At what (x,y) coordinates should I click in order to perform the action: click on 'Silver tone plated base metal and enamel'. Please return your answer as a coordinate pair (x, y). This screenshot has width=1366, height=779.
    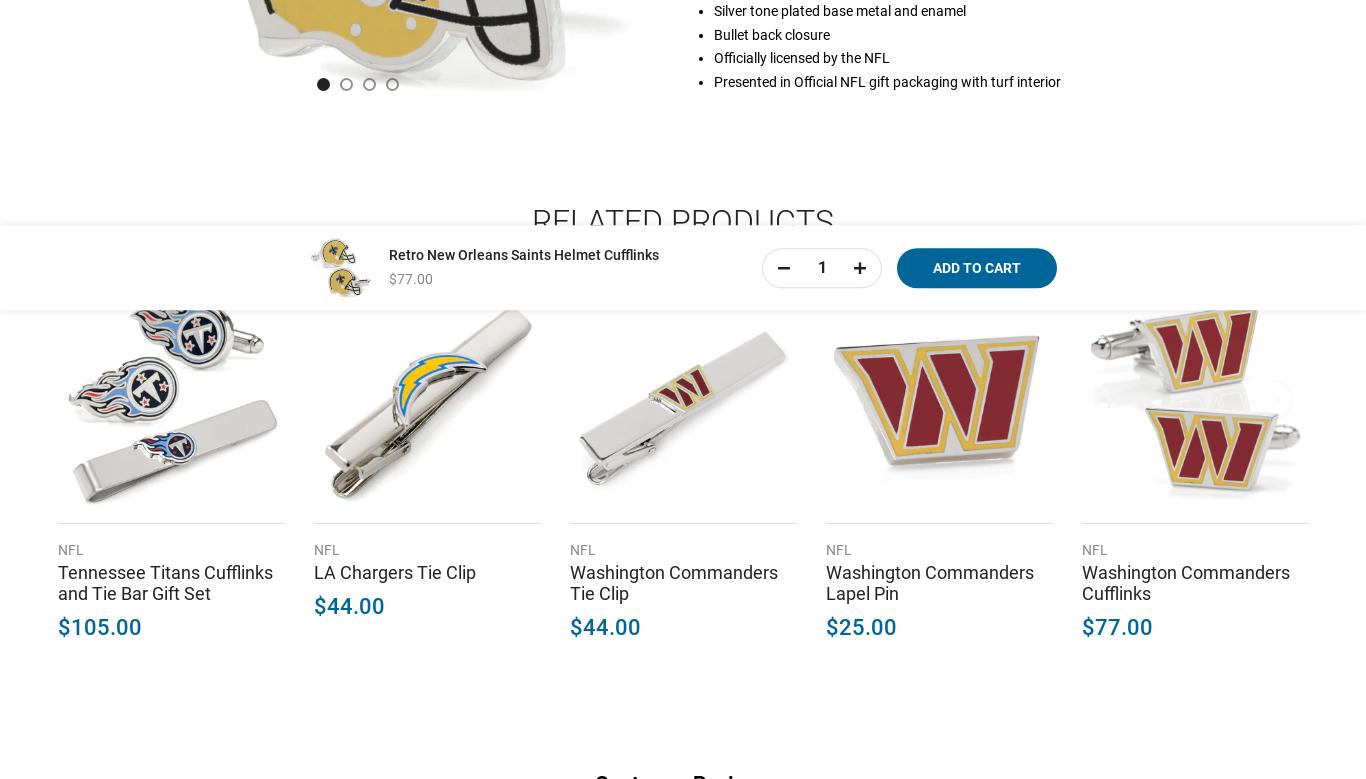
    Looking at the image, I should click on (838, 9).